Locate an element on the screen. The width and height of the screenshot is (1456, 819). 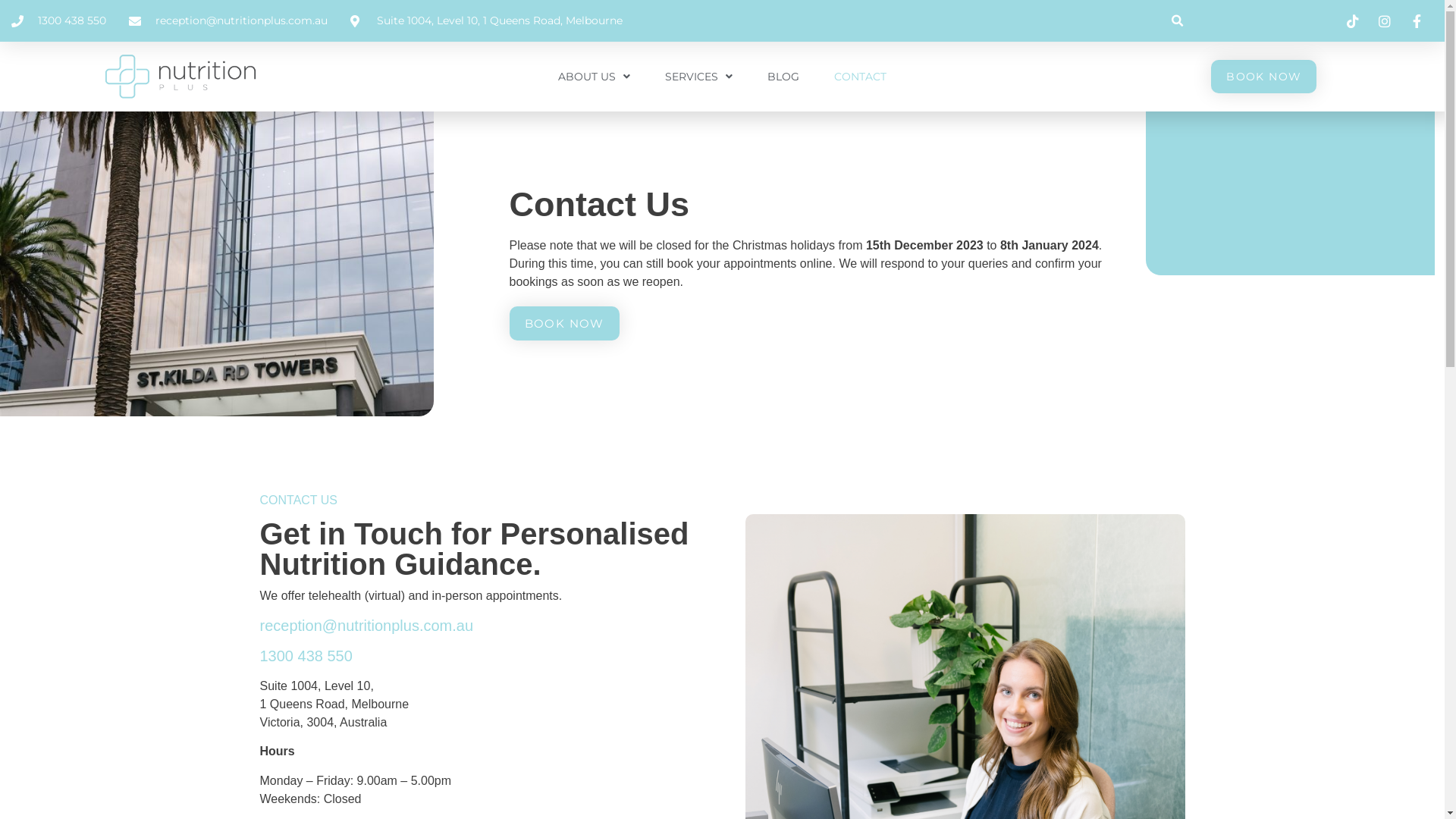
'CONTACT' is located at coordinates (860, 76).